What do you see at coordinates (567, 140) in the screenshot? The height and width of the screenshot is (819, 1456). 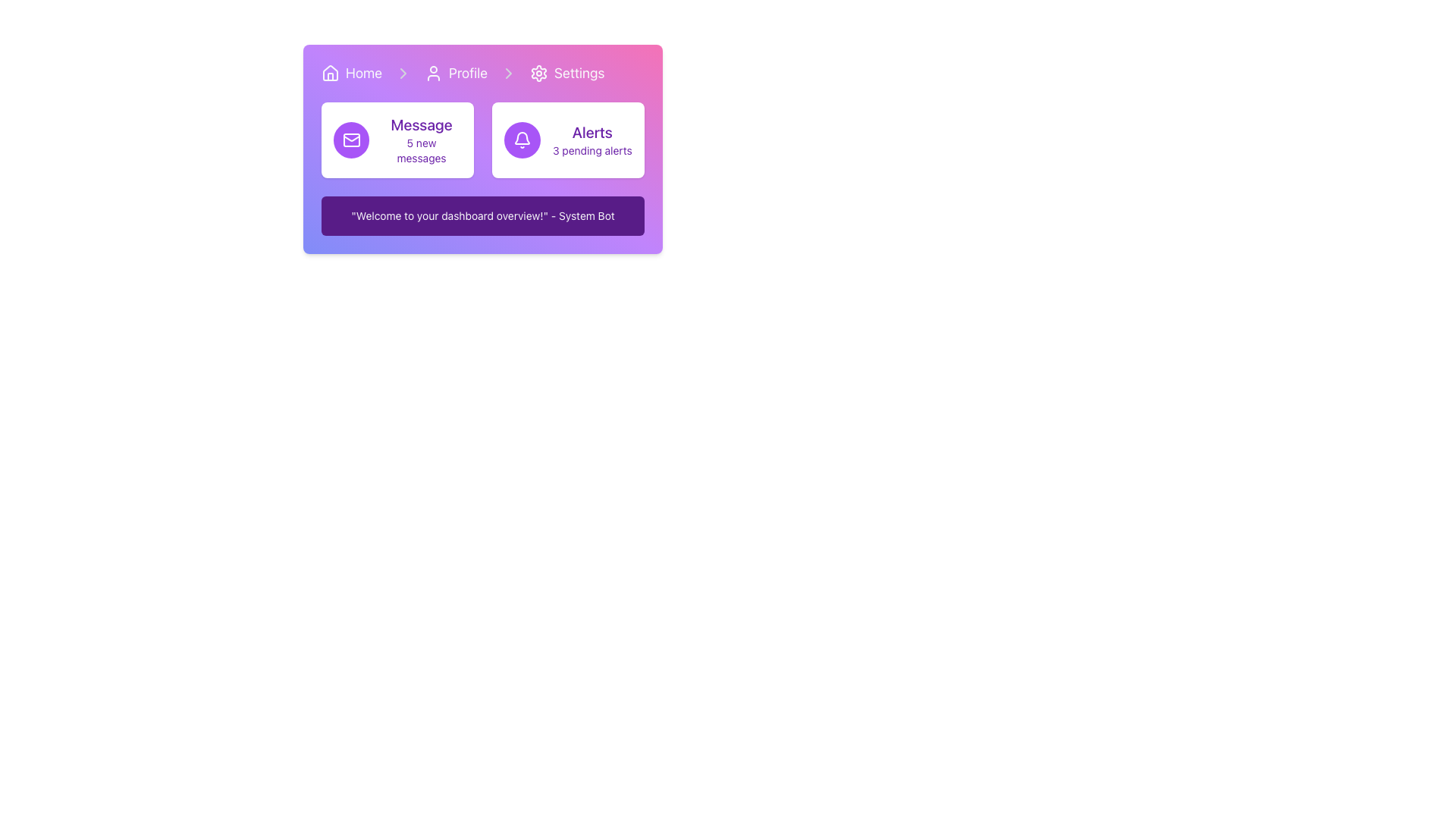 I see `the Notification Card located in the upper right part of the grid, which provides a summary of pending alerts and is adjacent to the 'Message 5 new messages' card` at bounding box center [567, 140].